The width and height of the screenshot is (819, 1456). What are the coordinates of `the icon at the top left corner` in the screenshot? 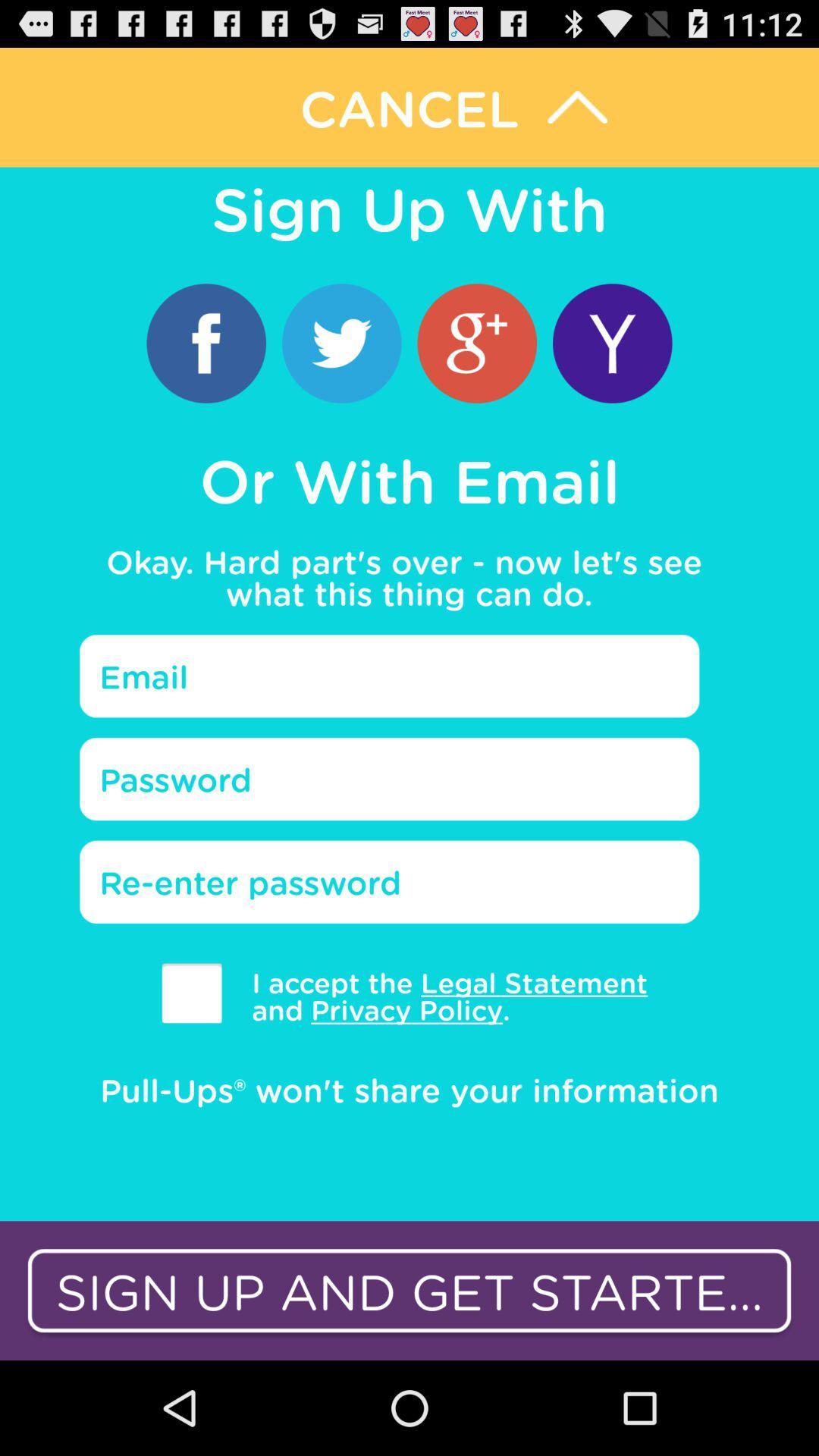 It's located at (206, 342).